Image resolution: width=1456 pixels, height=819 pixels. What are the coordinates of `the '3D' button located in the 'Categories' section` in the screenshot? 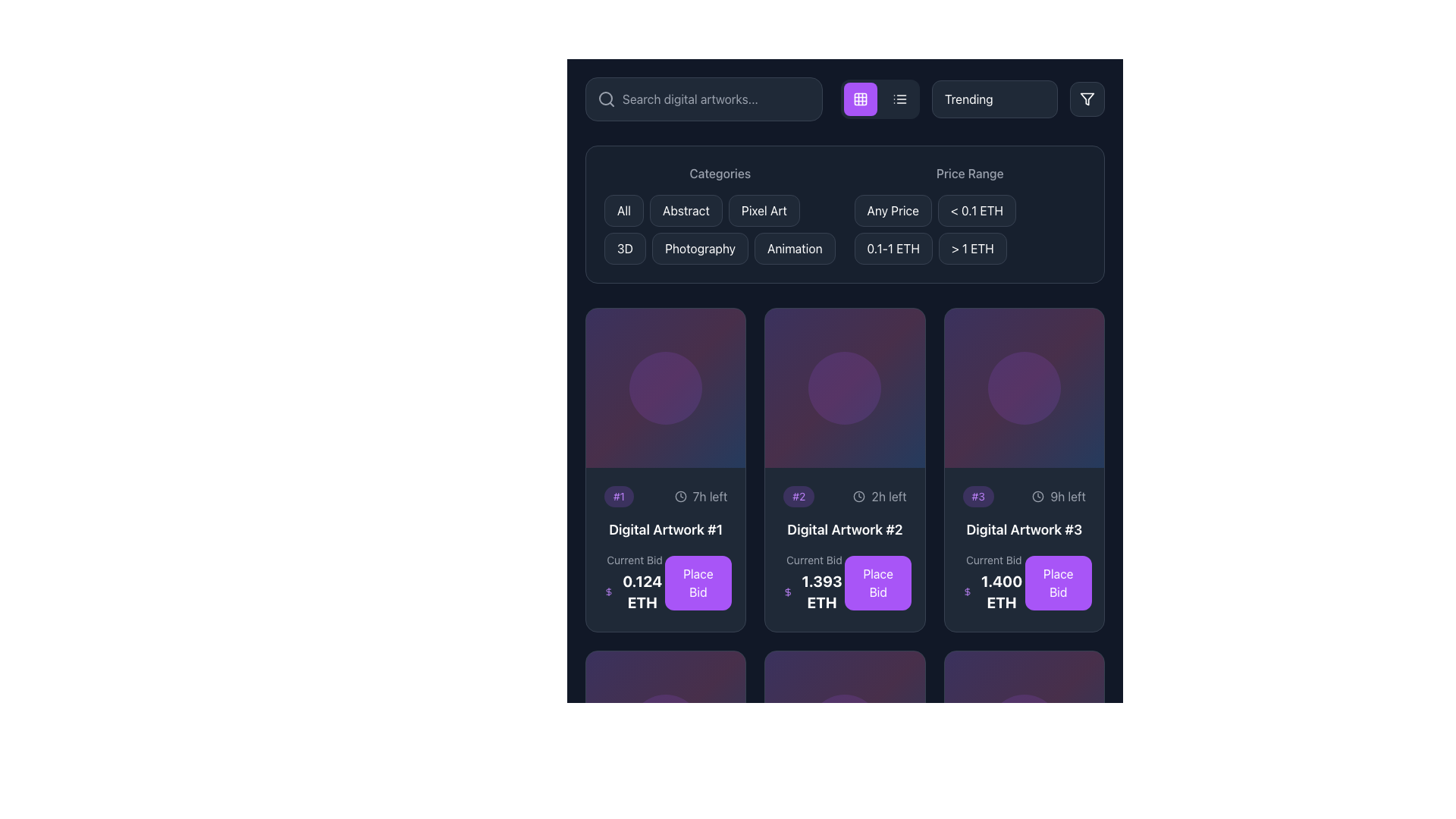 It's located at (625, 247).